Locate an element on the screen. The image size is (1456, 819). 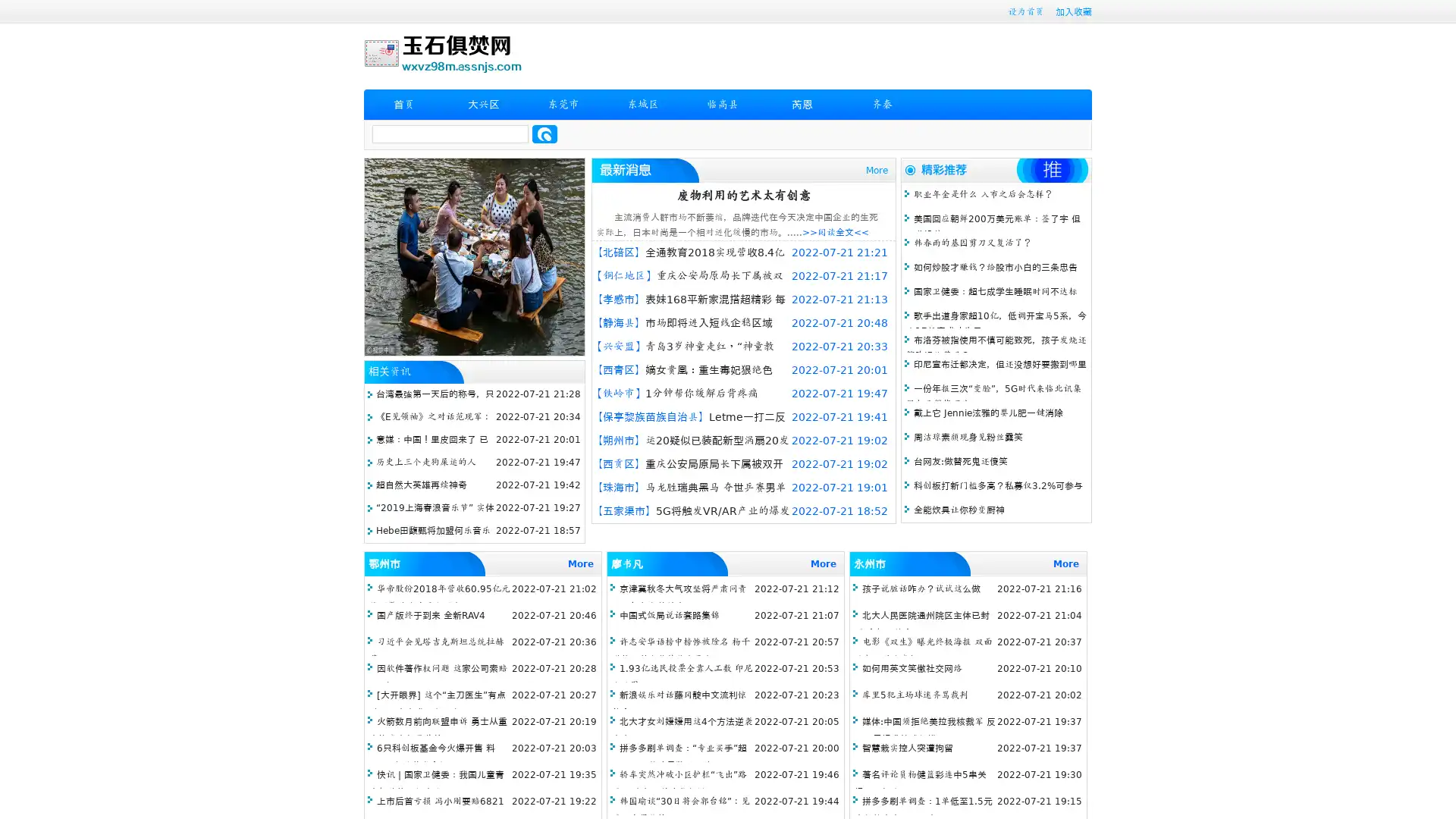
Search is located at coordinates (544, 133).